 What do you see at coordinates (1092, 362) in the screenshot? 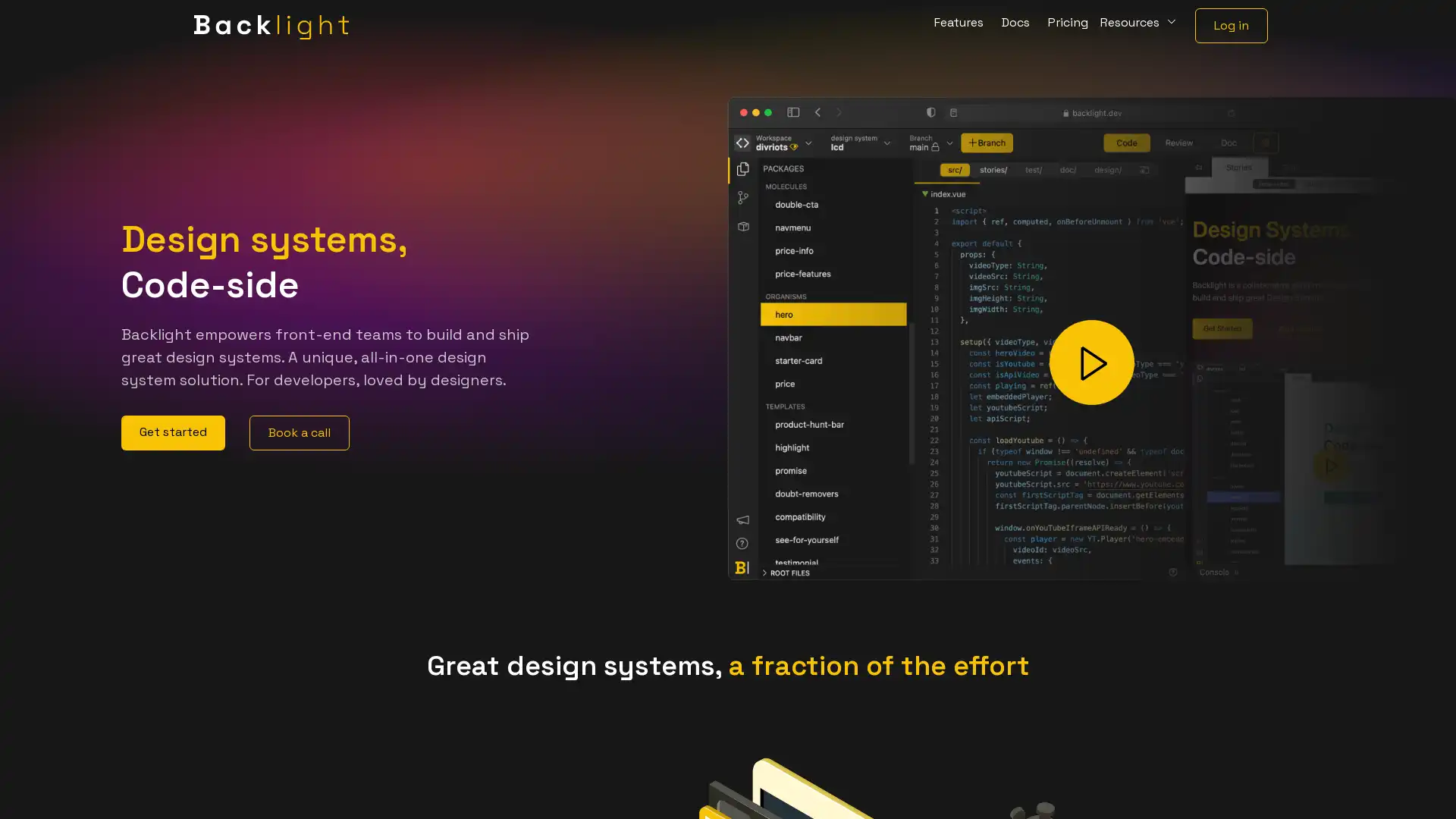
I see `Play button` at bounding box center [1092, 362].